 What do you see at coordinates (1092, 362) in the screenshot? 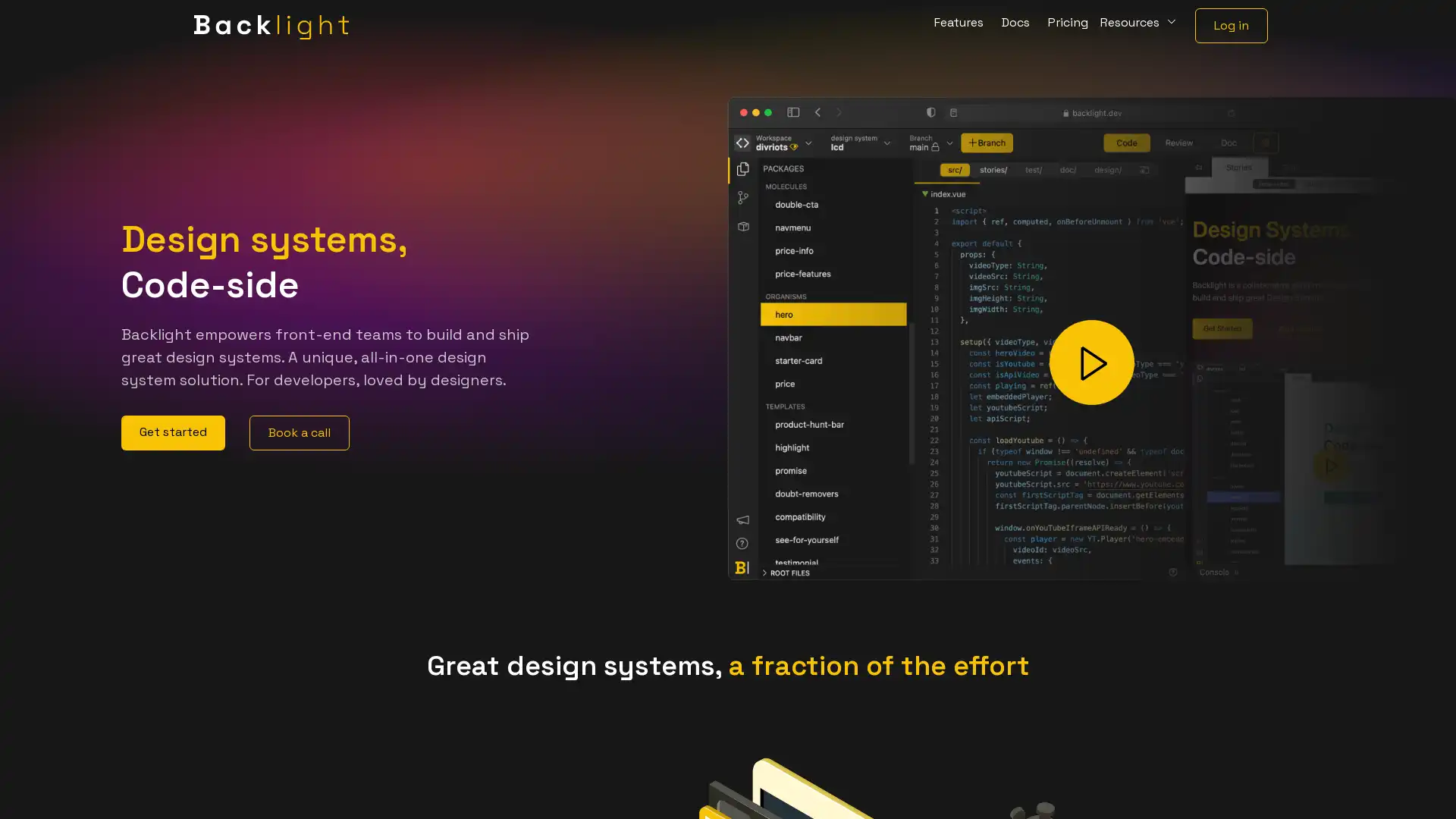
I see `Play button` at bounding box center [1092, 362].